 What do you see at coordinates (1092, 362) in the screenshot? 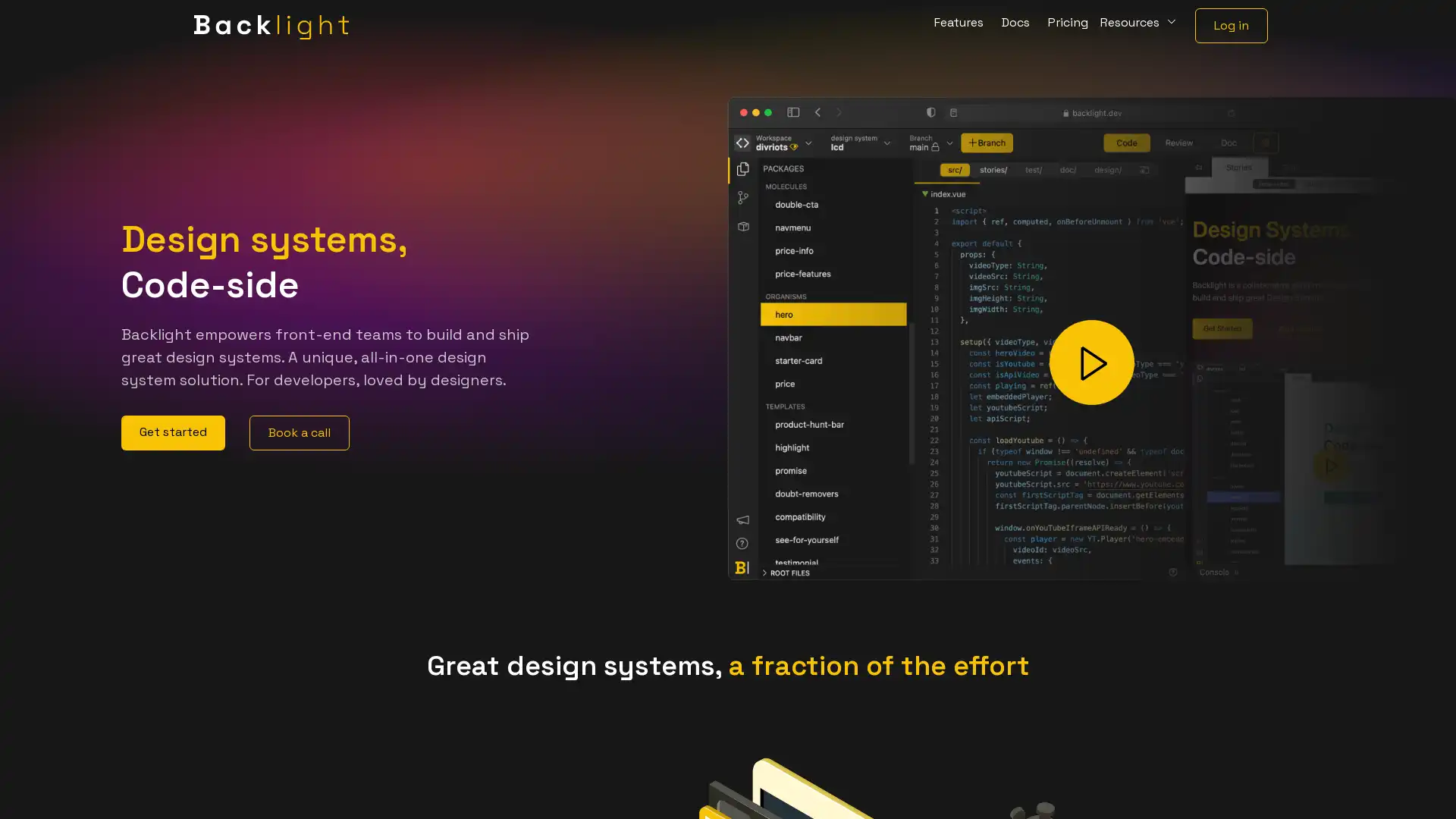
I see `Play button` at bounding box center [1092, 362].